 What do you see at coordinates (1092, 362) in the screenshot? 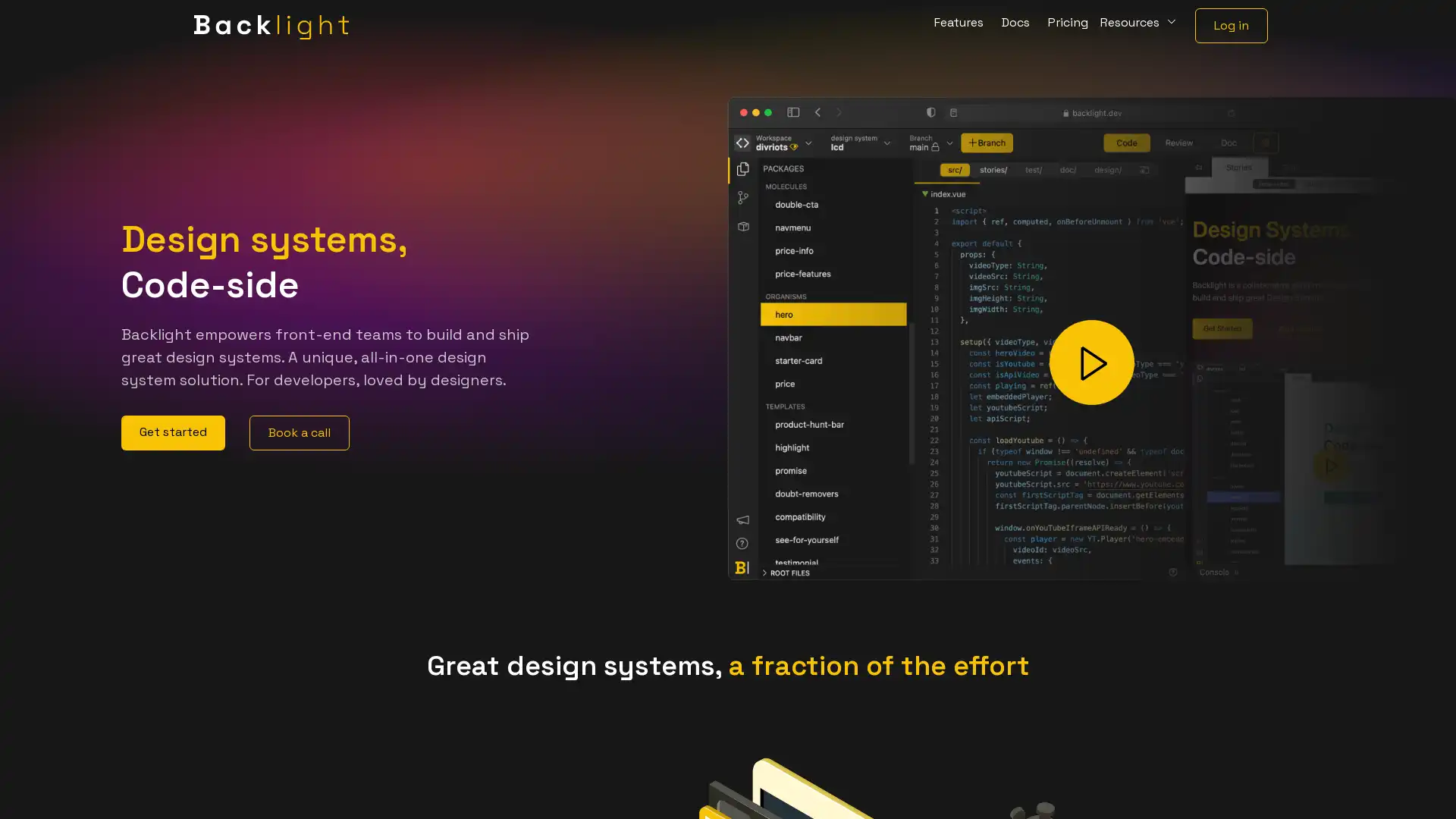
I see `Play button` at bounding box center [1092, 362].